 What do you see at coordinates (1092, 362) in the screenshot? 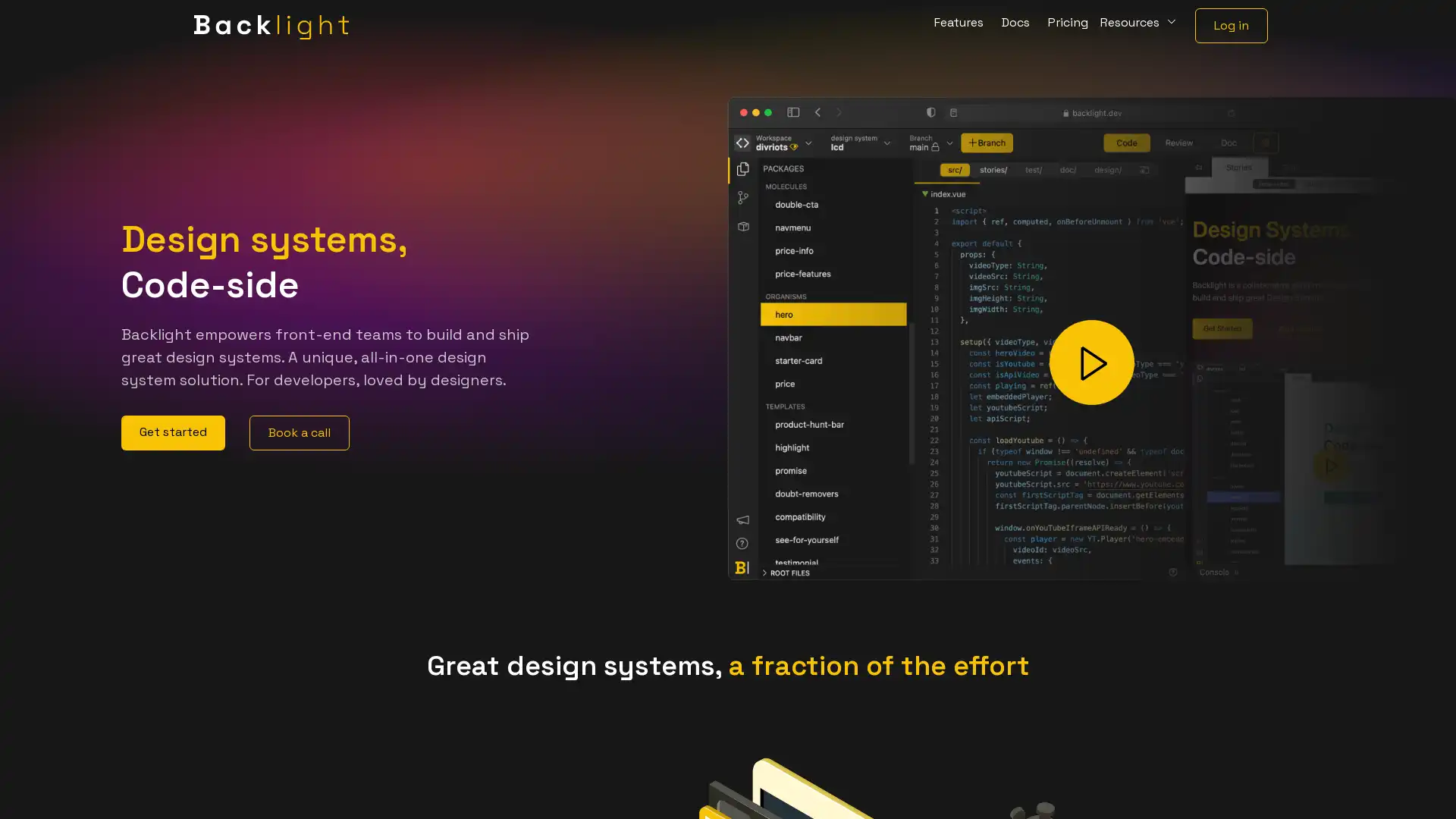
I see `Play button` at bounding box center [1092, 362].